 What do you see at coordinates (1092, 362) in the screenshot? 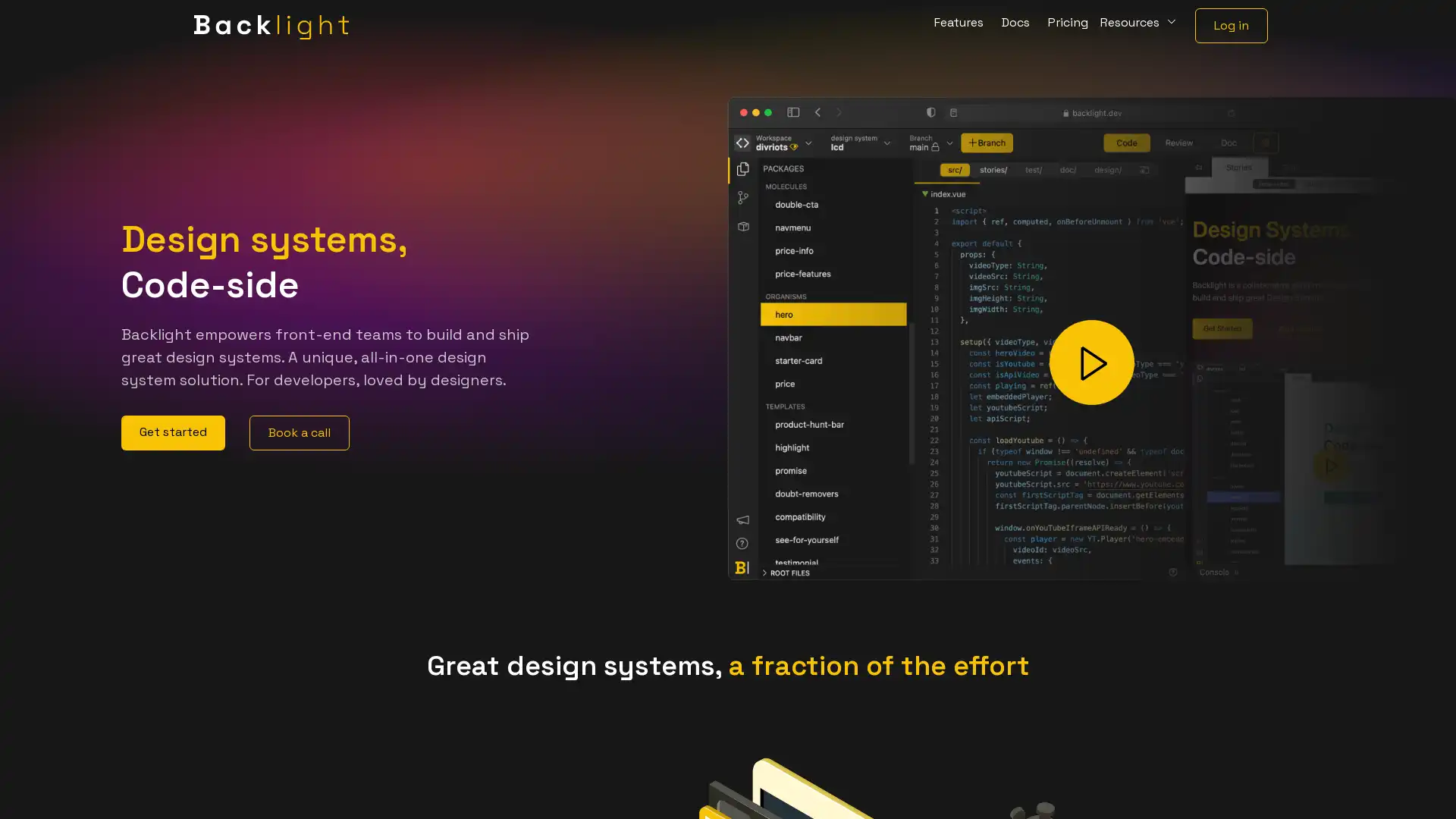
I see `Play button` at bounding box center [1092, 362].